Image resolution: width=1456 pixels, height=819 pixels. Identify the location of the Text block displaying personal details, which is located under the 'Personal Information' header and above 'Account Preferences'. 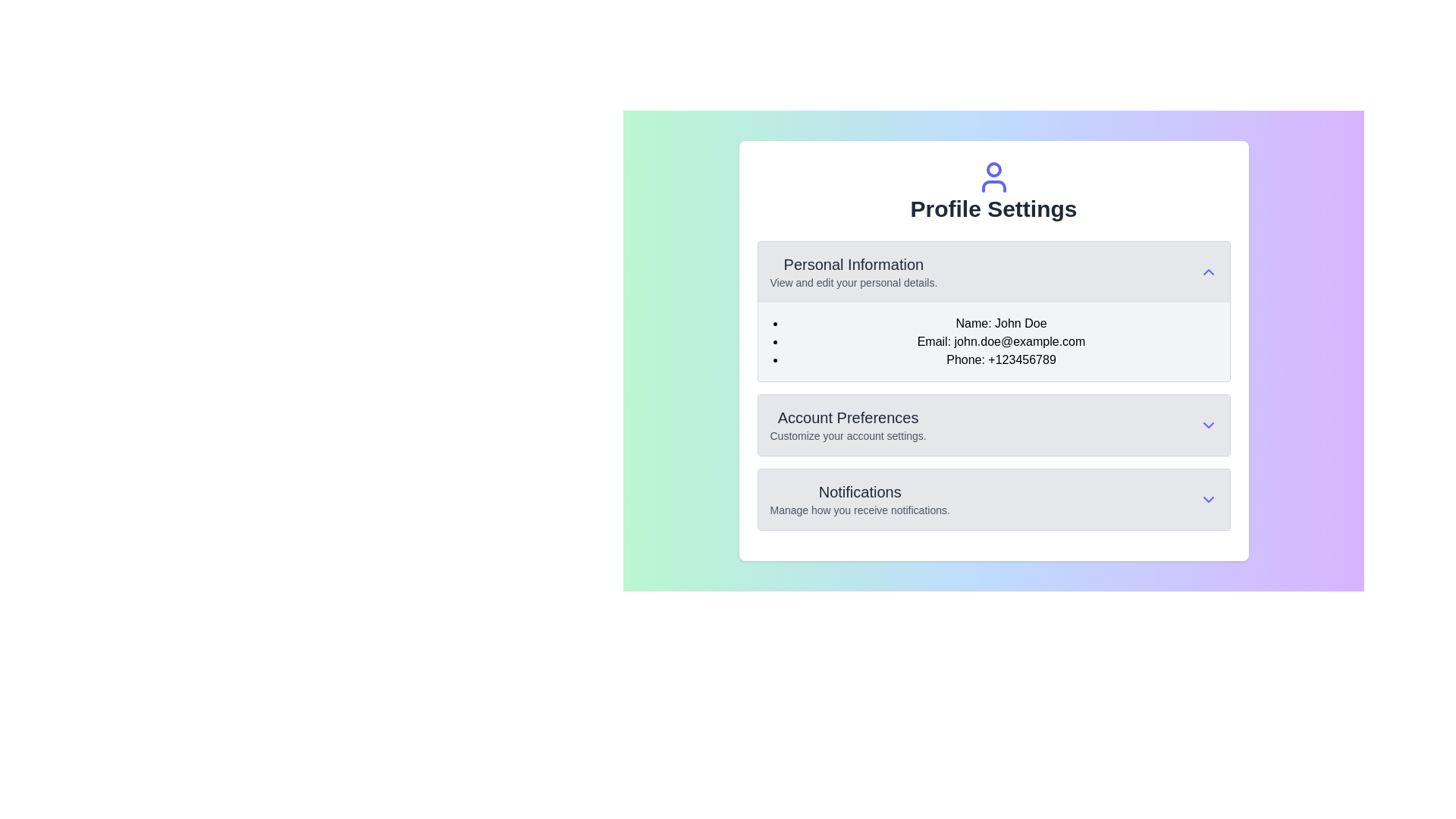
(993, 342).